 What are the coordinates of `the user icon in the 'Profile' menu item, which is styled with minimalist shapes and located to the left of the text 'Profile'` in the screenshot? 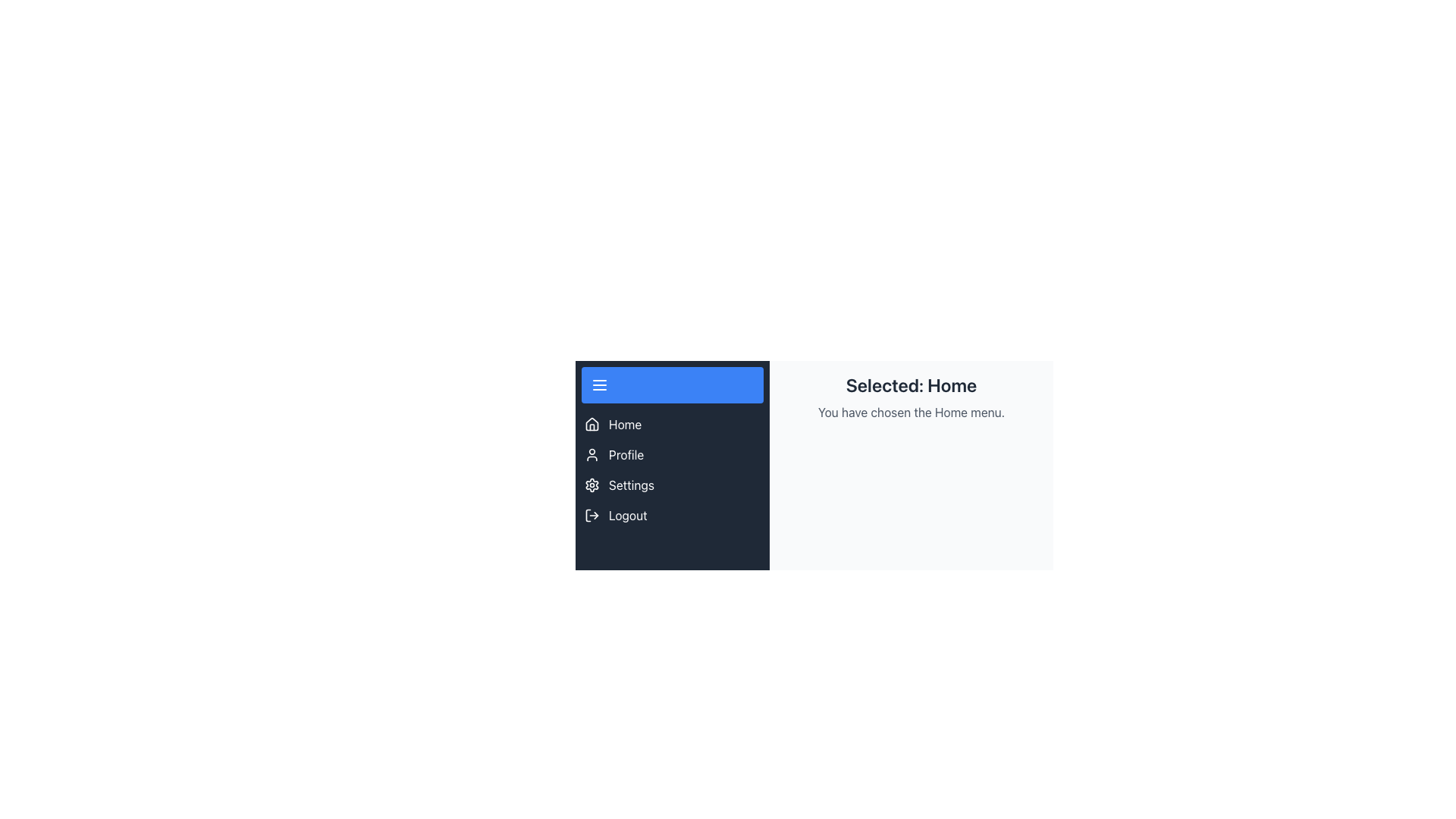 It's located at (591, 454).